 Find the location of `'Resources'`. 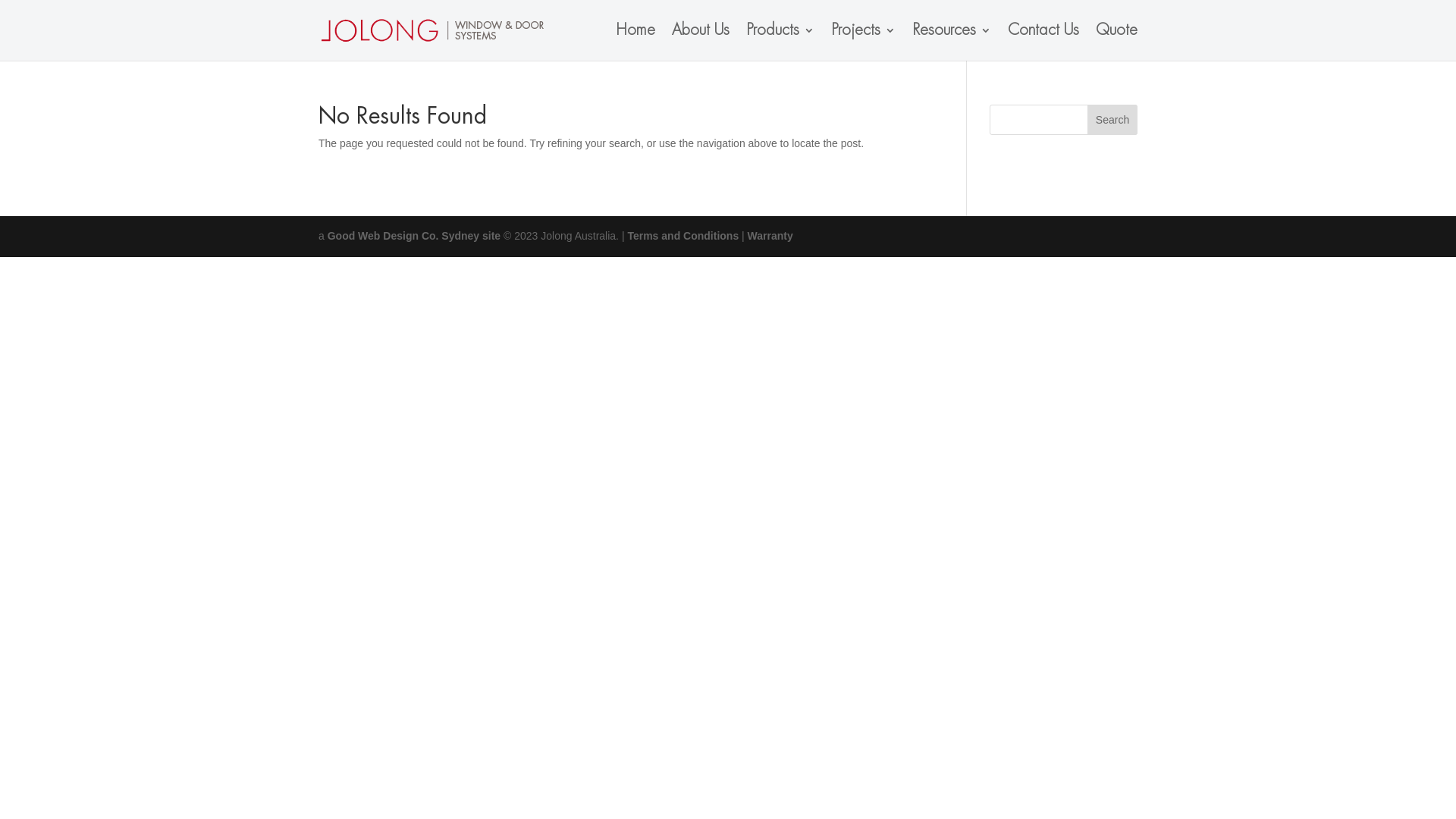

'Resources' is located at coordinates (950, 42).